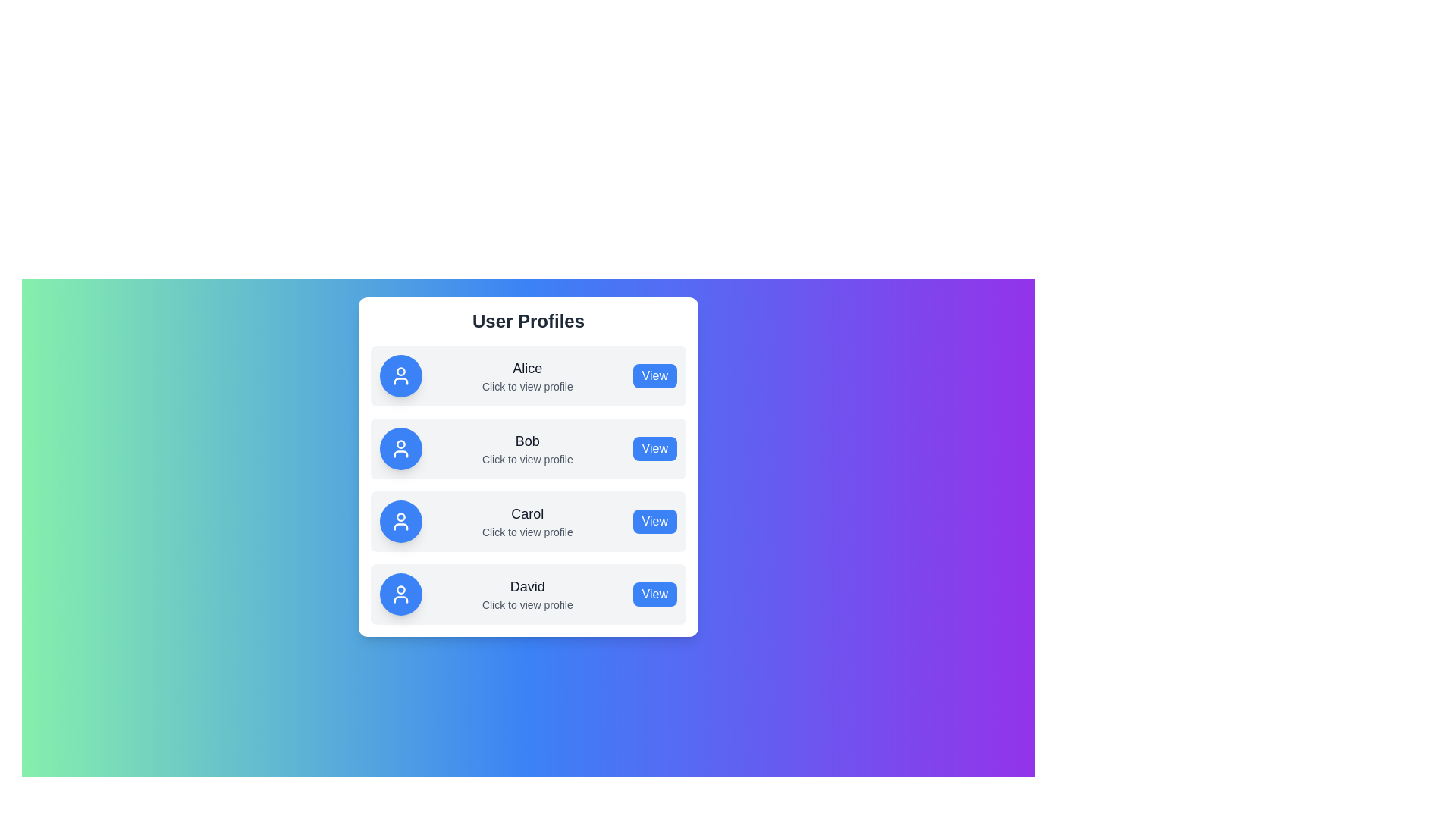 The image size is (1456, 819). What do you see at coordinates (527, 532) in the screenshot?
I see `the text label that provides additional information about viewing Carol's profile, located in the third profile card below her name` at bounding box center [527, 532].